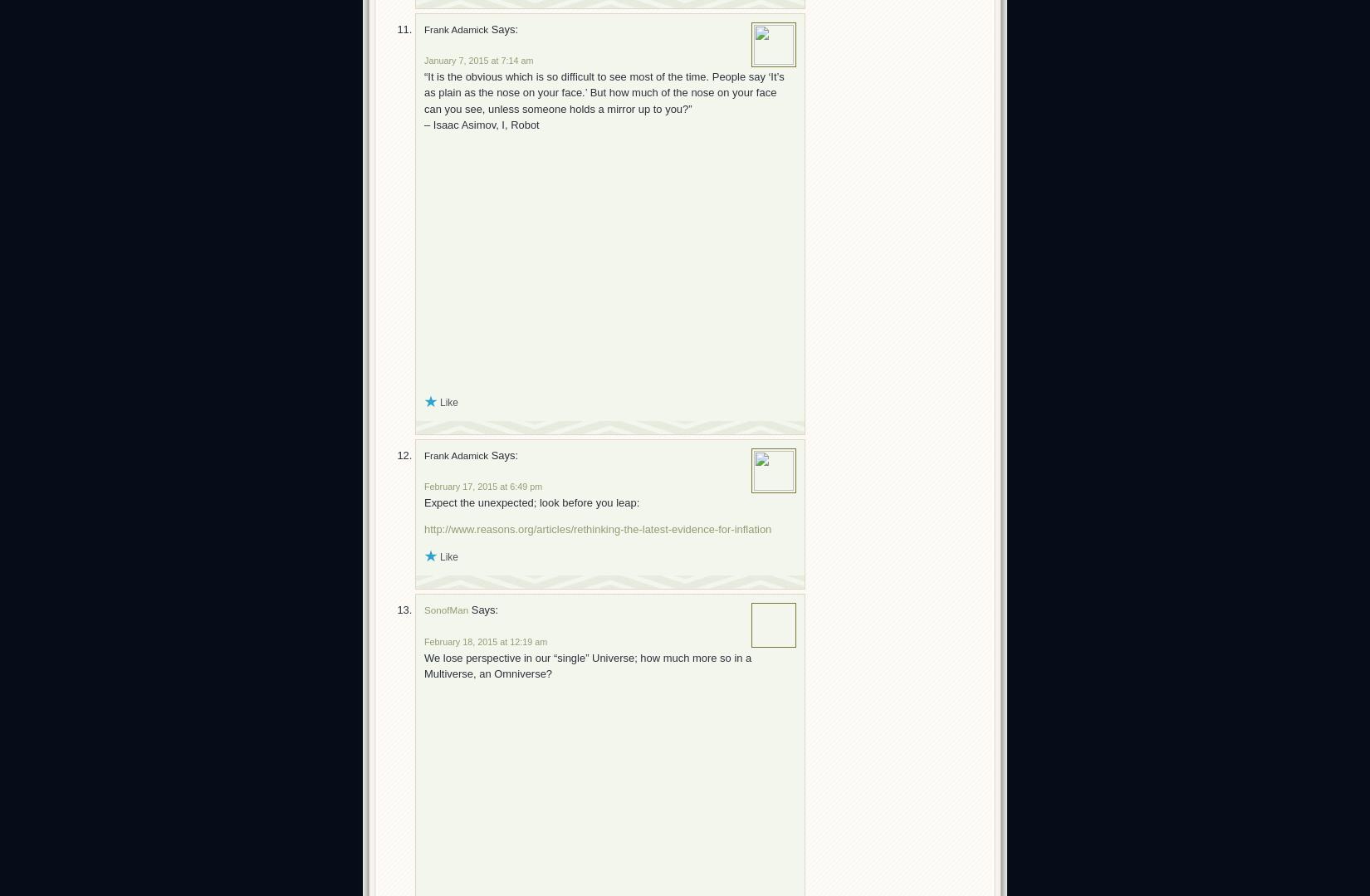  Describe the element at coordinates (445, 609) in the screenshot. I see `'SonofMan'` at that location.